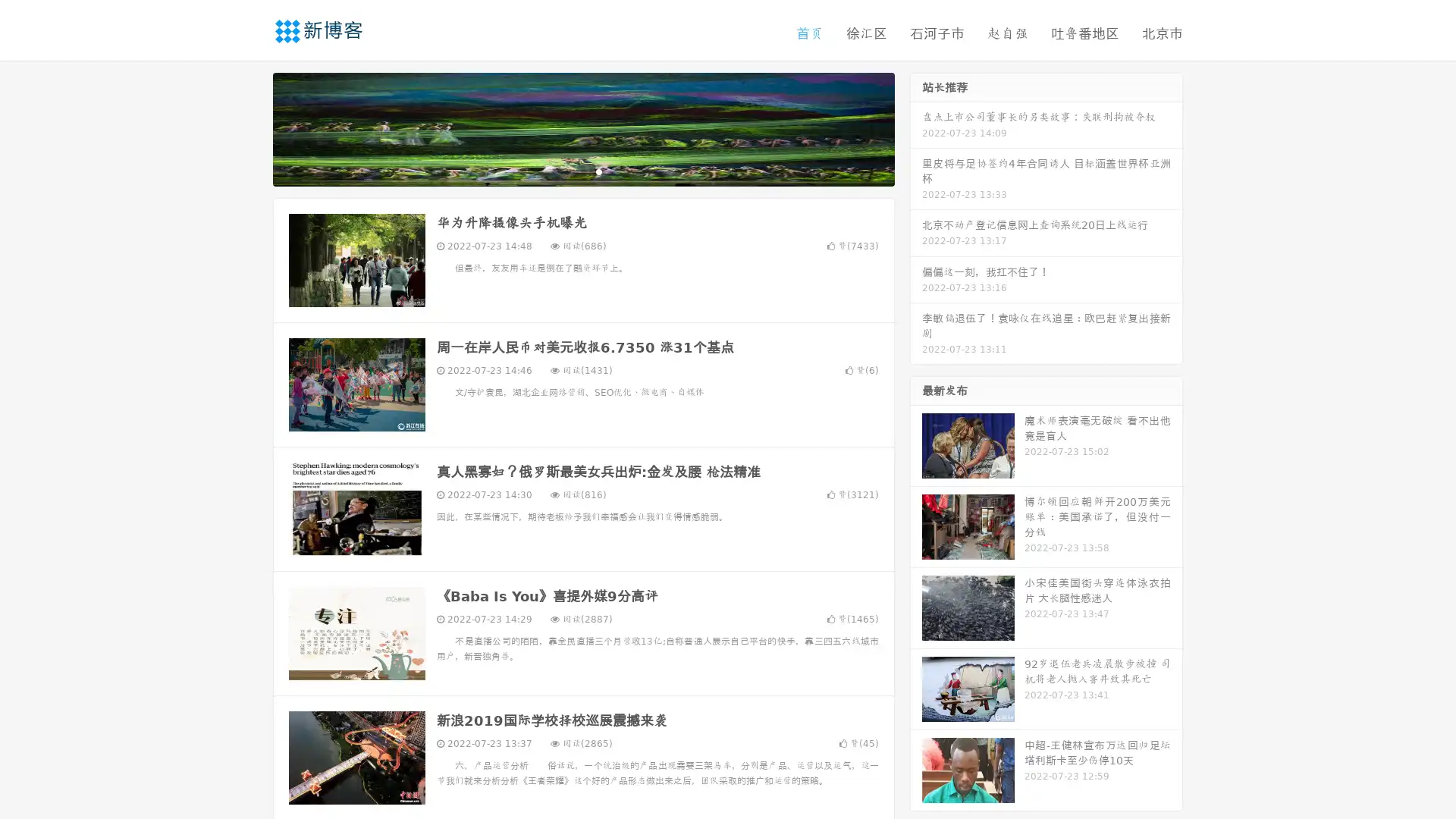 This screenshot has height=819, width=1456. I want to click on Previous slide, so click(250, 127).